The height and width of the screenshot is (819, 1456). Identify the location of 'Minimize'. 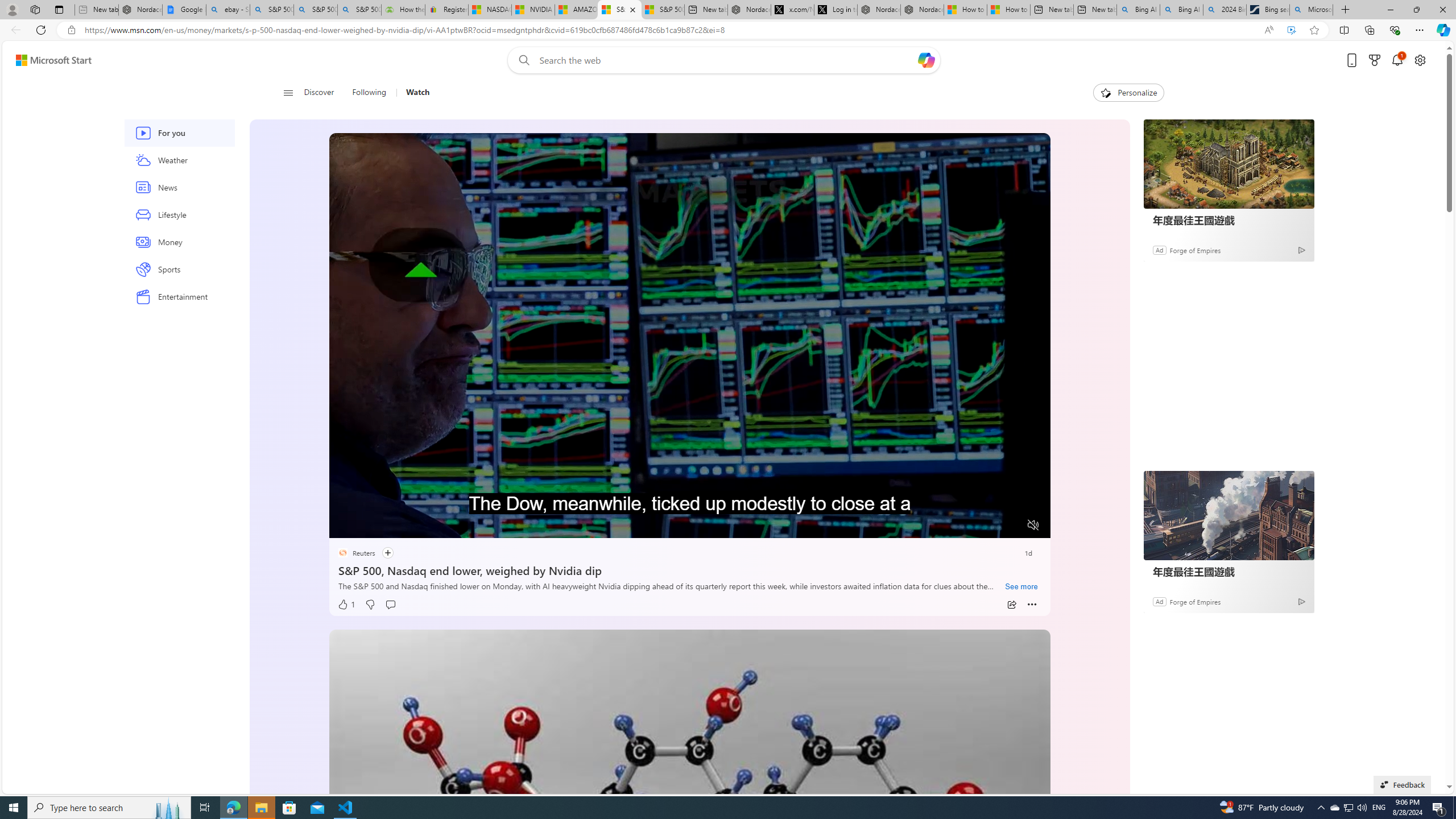
(1389, 9).